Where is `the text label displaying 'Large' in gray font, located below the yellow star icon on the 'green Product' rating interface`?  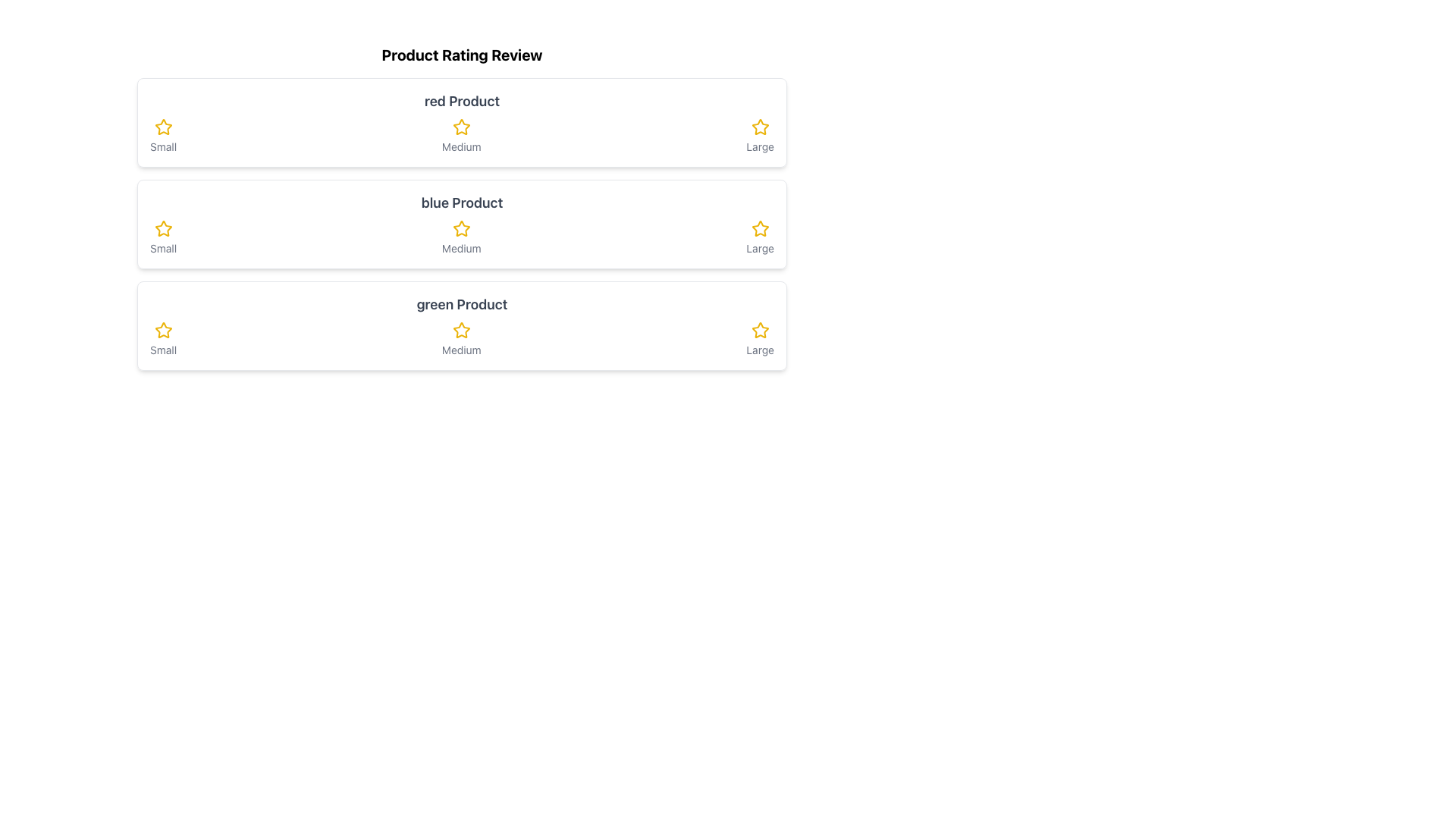
the text label displaying 'Large' in gray font, located below the yellow star icon on the 'green Product' rating interface is located at coordinates (760, 350).